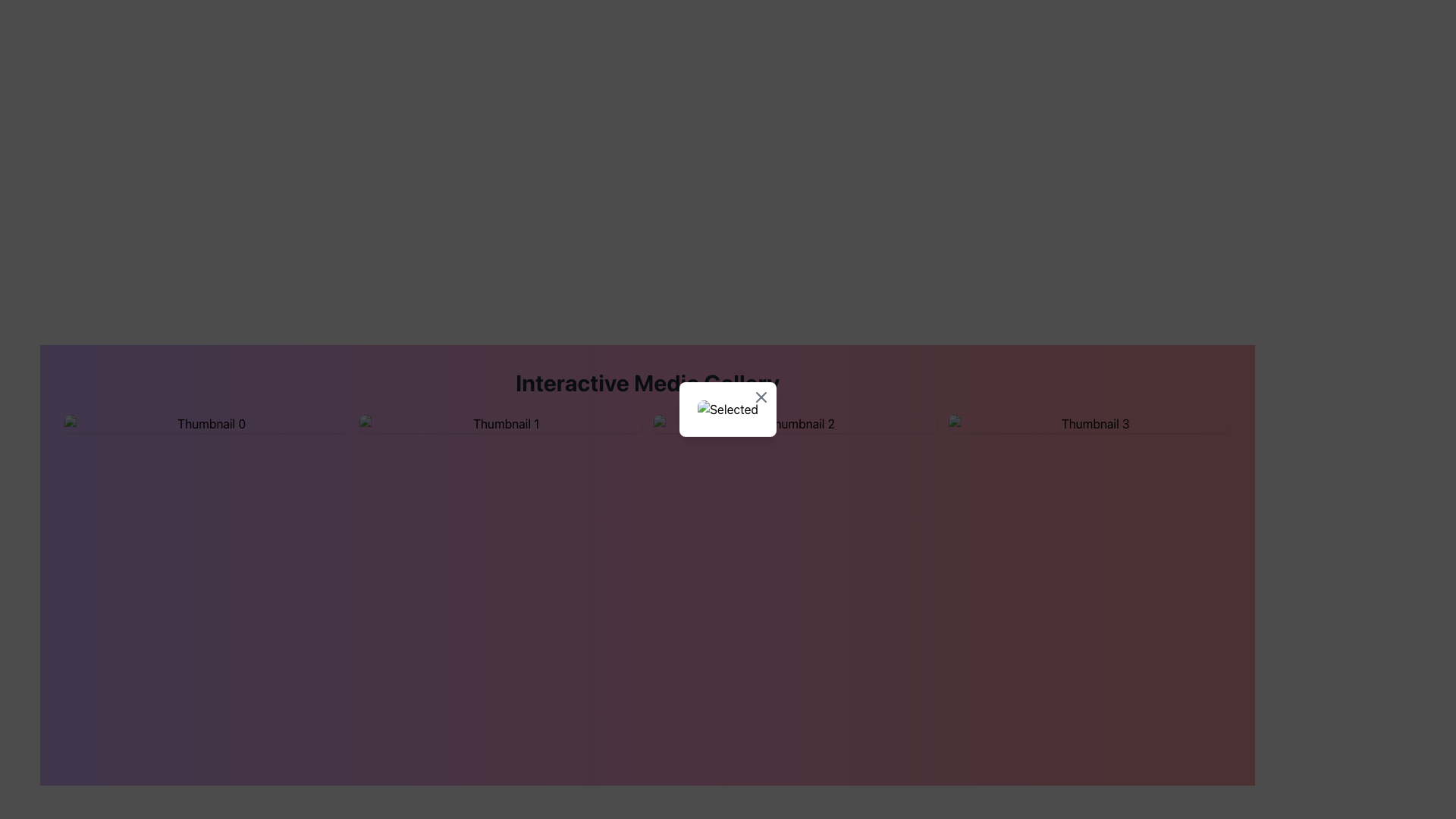  What do you see at coordinates (205, 424) in the screenshot?
I see `the interactive thumbnail with a text label in the media gallery` at bounding box center [205, 424].